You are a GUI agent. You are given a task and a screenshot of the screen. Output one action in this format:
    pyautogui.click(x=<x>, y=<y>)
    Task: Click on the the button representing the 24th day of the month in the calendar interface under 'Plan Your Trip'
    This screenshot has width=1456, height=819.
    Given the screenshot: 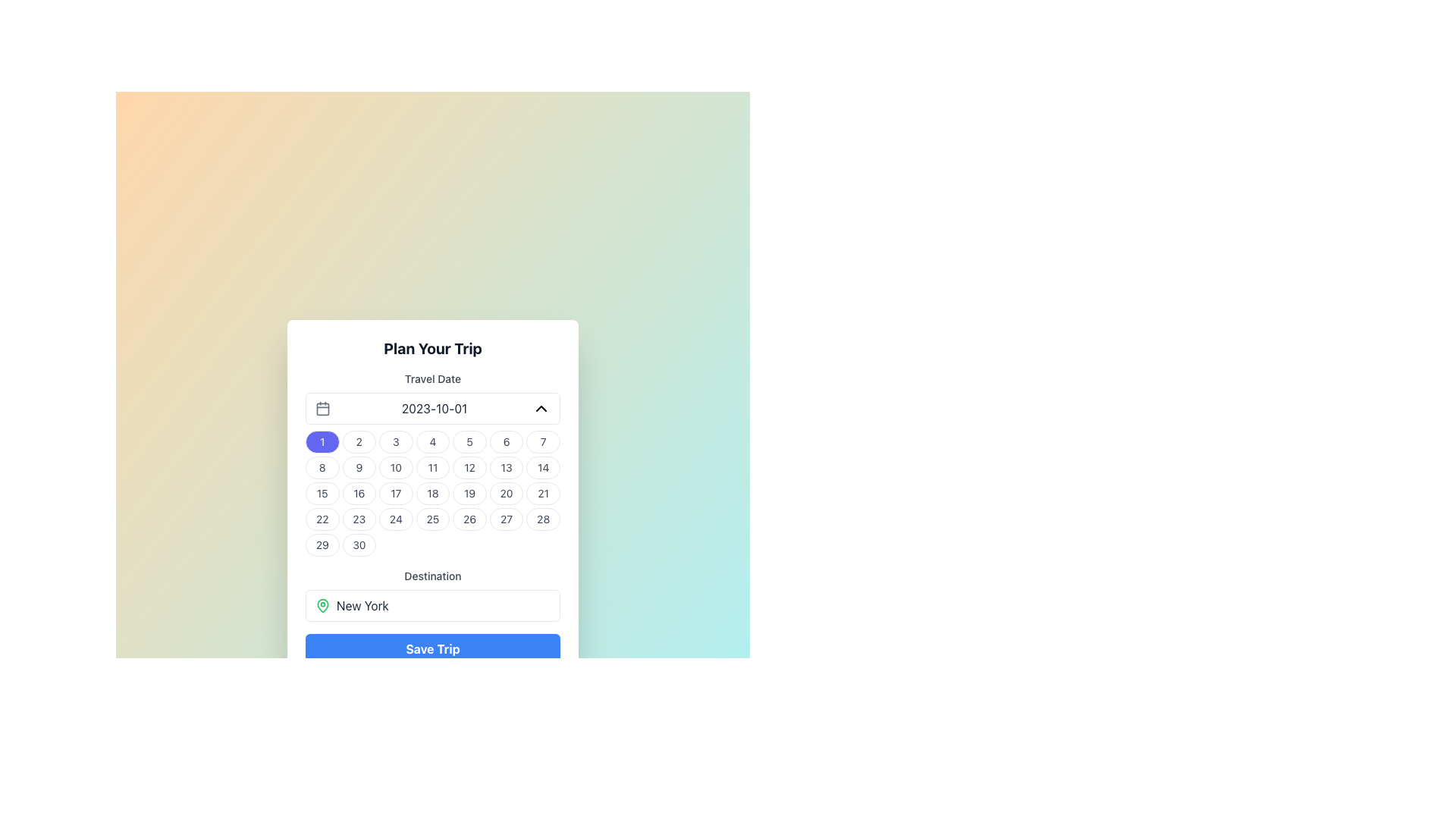 What is the action you would take?
    pyautogui.click(x=396, y=519)
    